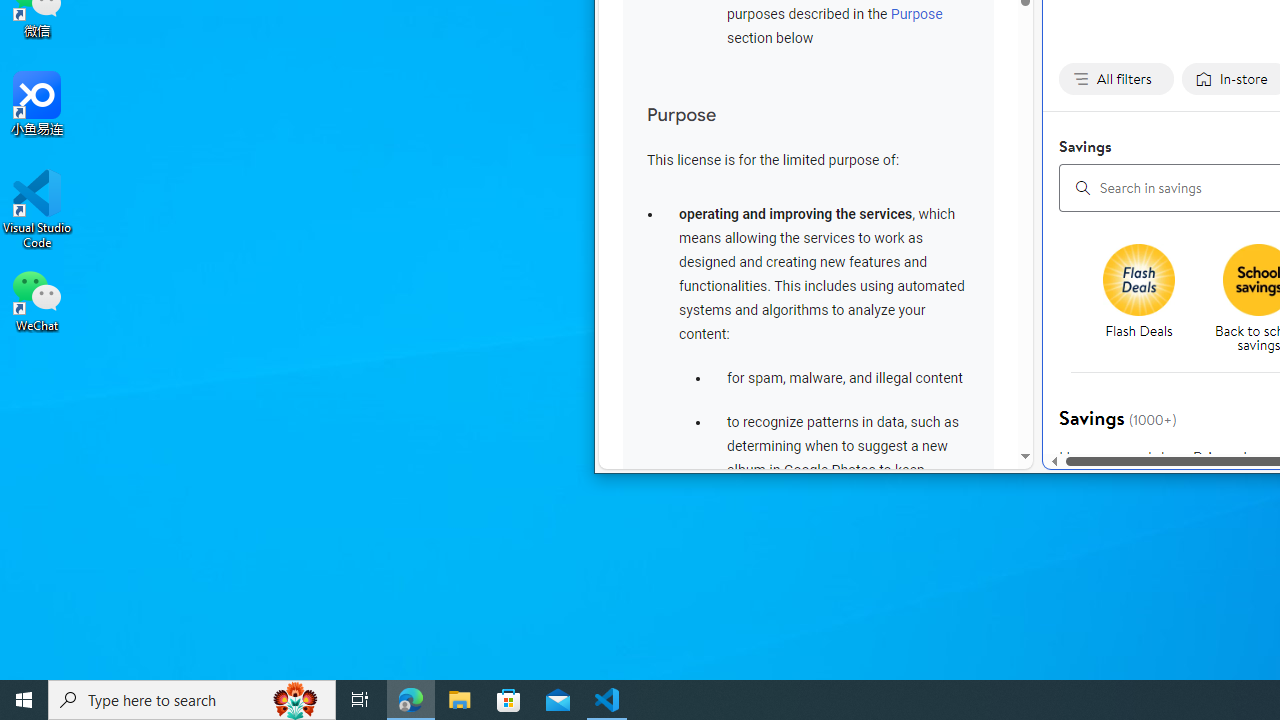  I want to click on 'Flash deals', so click(1139, 280).